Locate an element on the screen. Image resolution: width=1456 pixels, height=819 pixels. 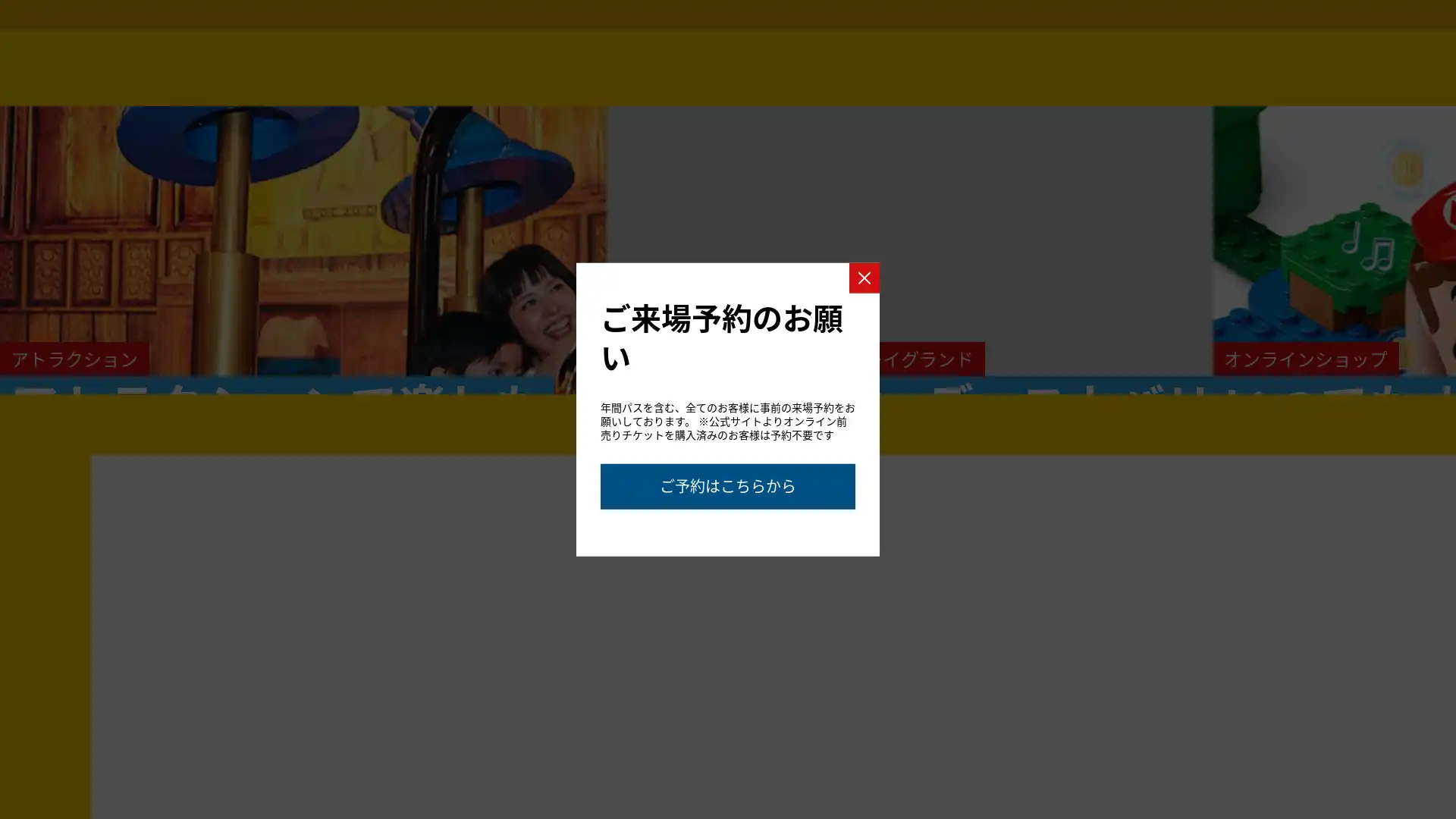
Go to slide 1 is located at coordinates (709, 587).